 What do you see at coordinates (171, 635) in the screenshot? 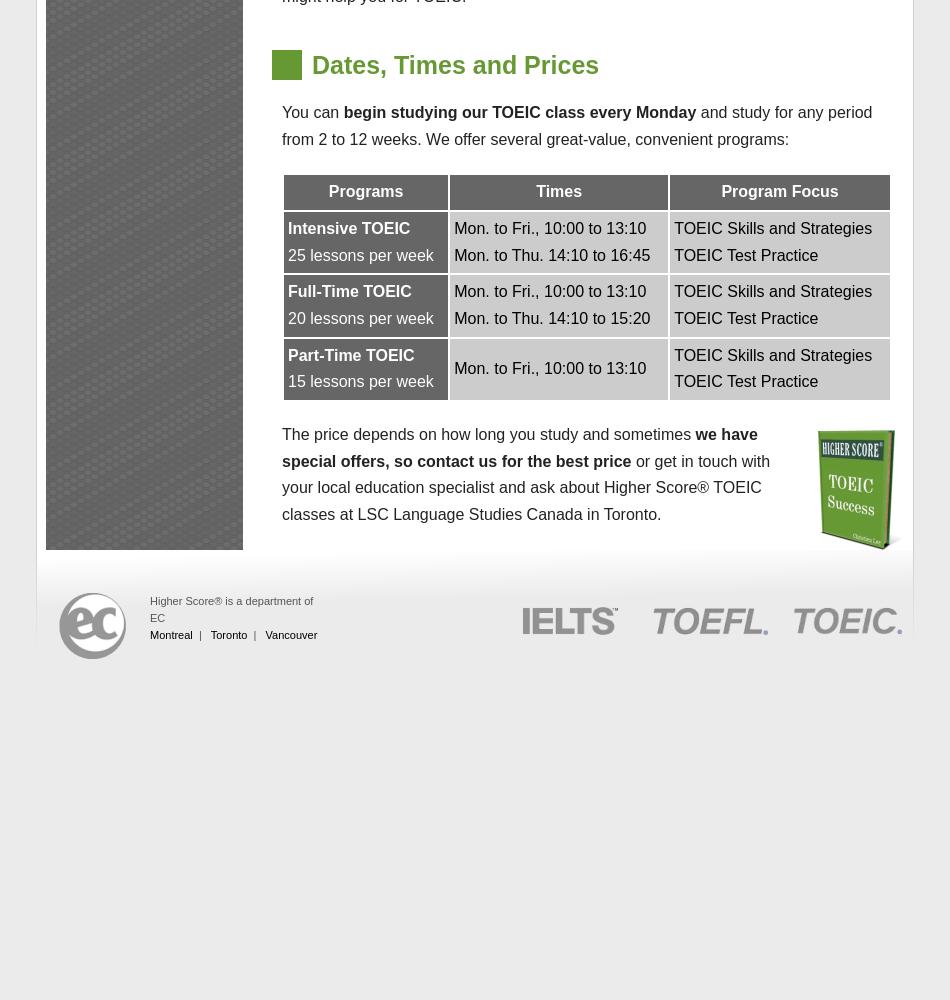
I see `'Montreal'` at bounding box center [171, 635].